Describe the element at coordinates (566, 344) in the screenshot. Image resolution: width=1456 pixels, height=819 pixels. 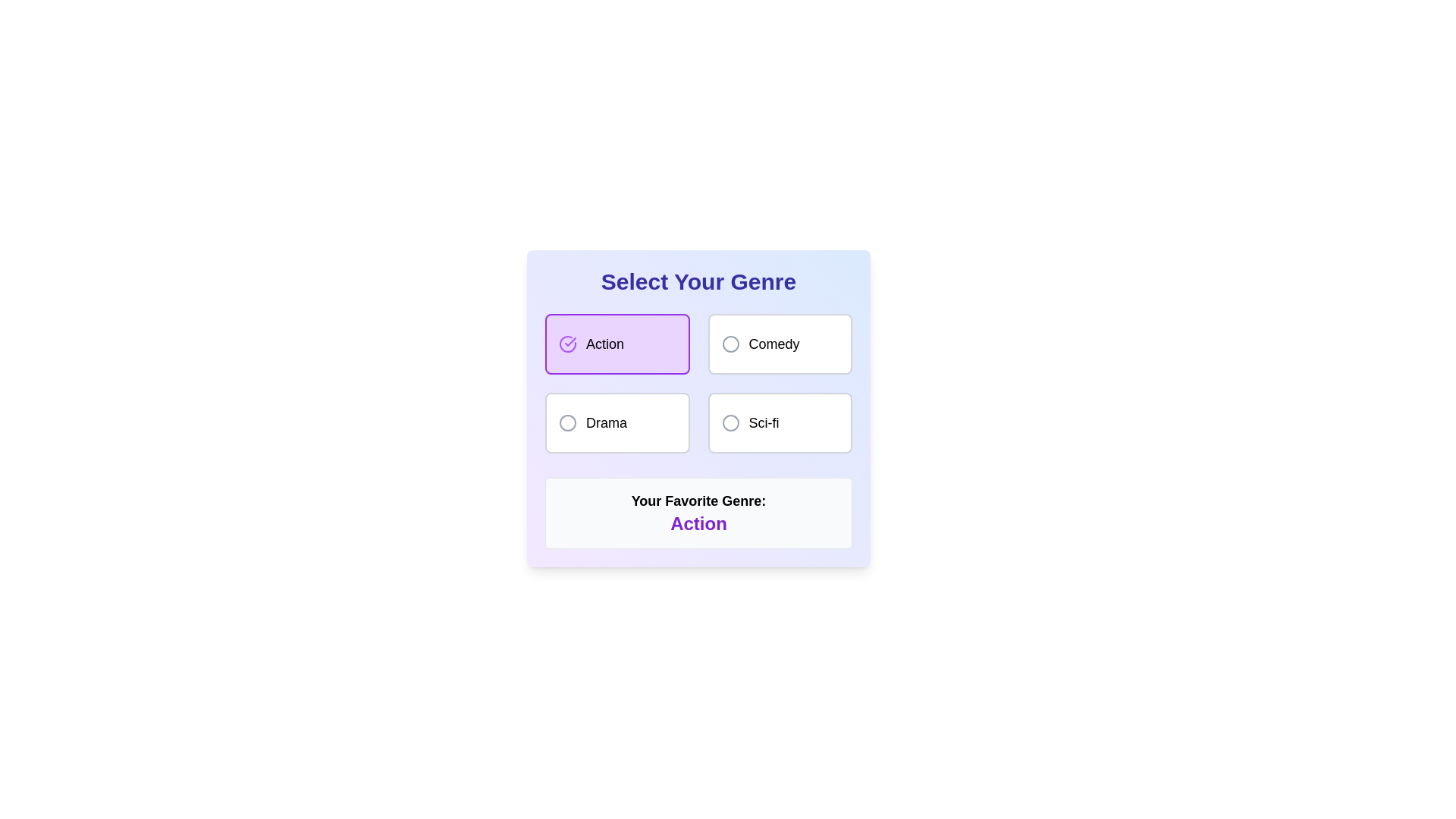
I see `the purple circular checkmark icon located within the 'Action' button in the 'Select Your Genre' interface` at that location.